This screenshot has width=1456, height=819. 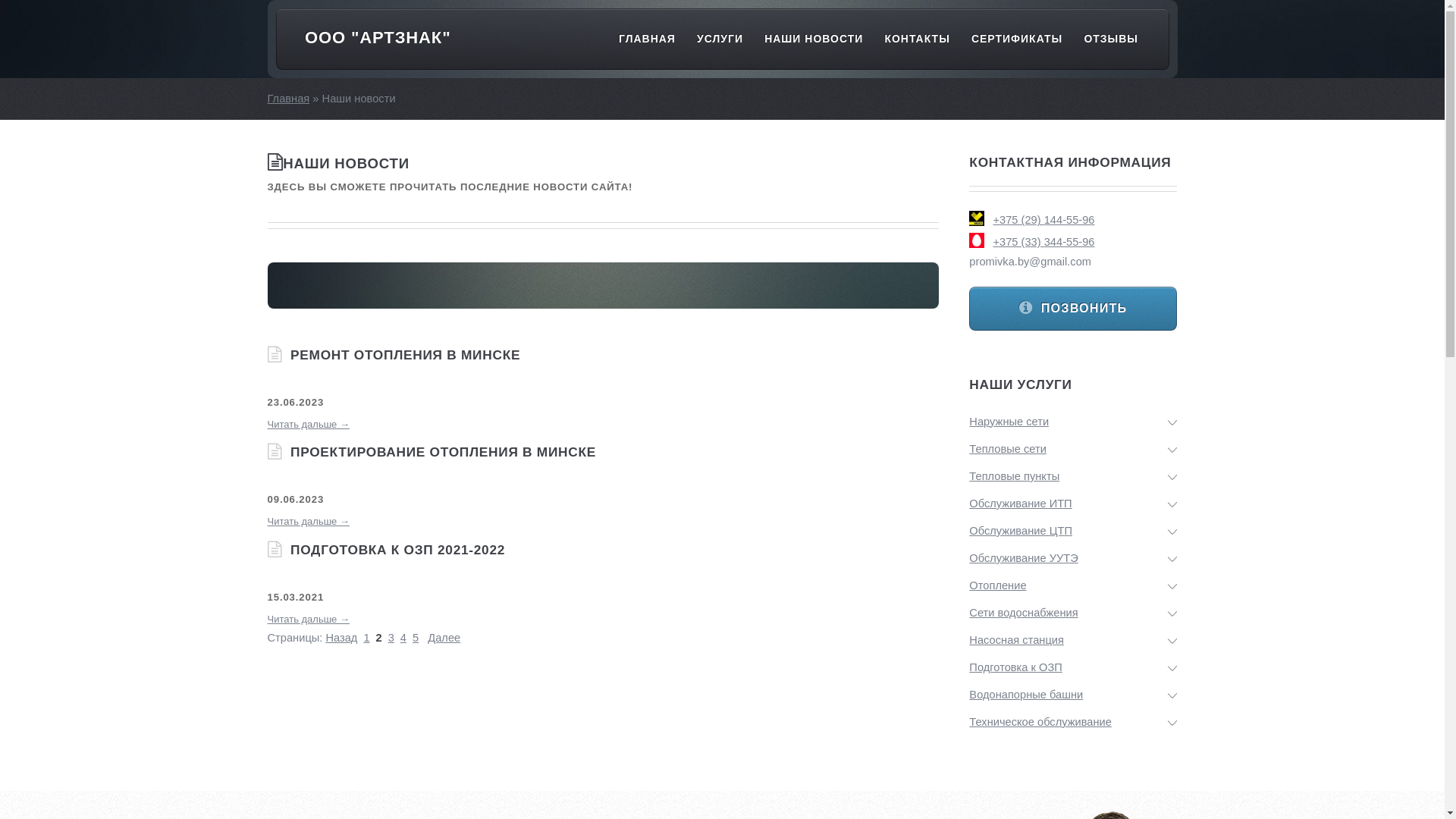 I want to click on '+375 (33) 344-55-96', so click(x=1072, y=240).